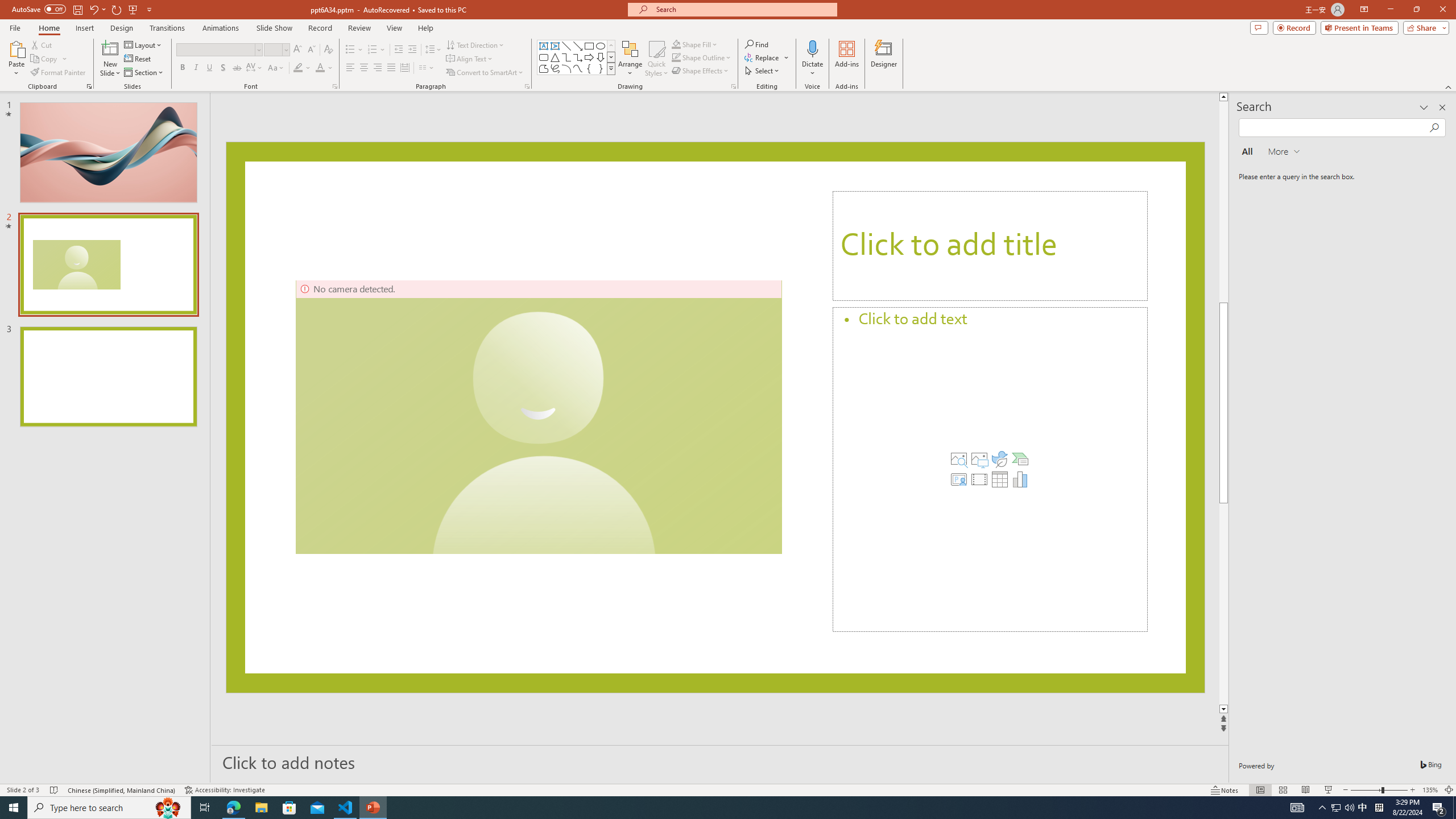  What do you see at coordinates (470, 59) in the screenshot?
I see `'Align Text'` at bounding box center [470, 59].